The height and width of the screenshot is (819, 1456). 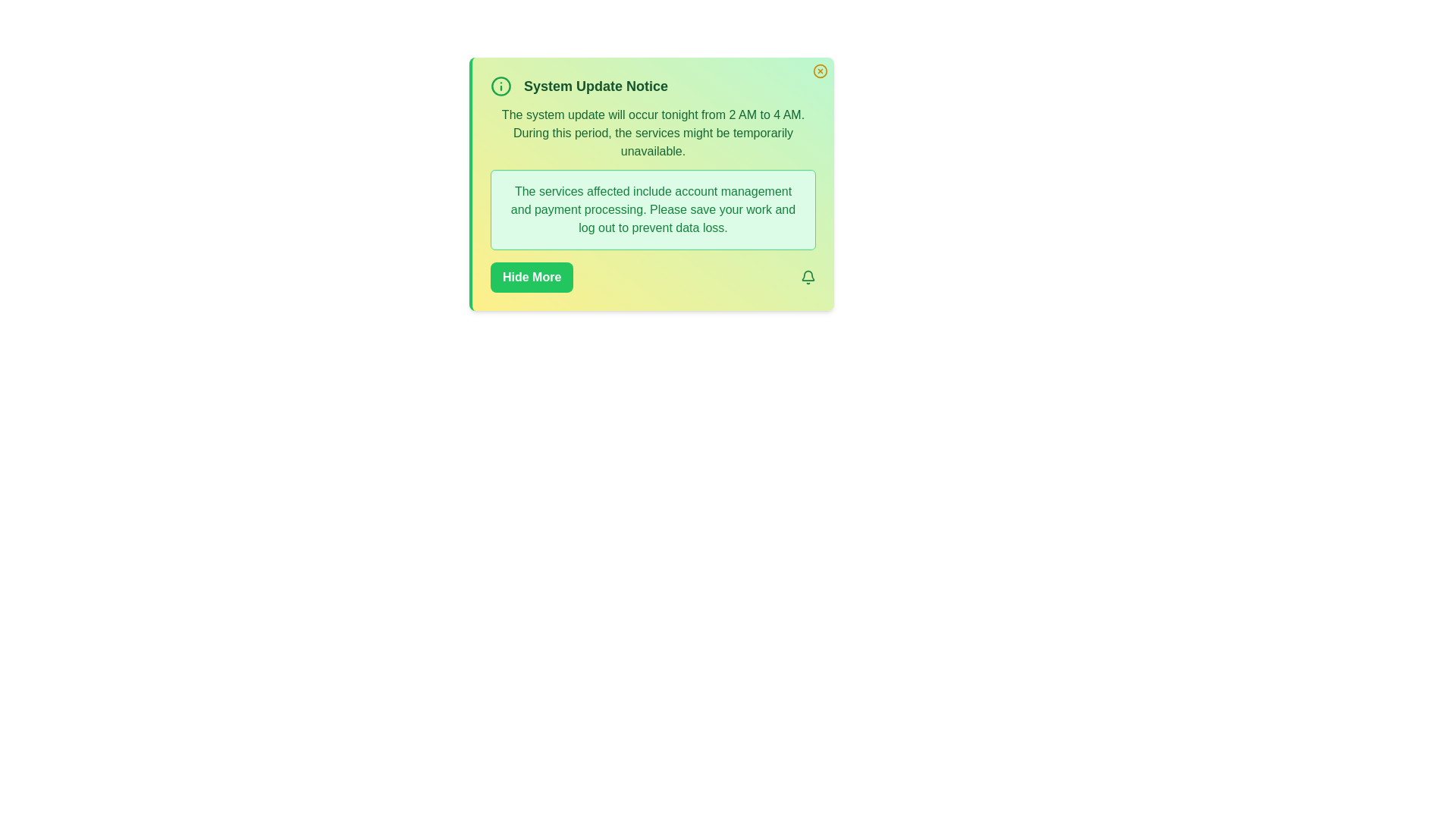 I want to click on close button located at the top-right corner of the alert, so click(x=819, y=71).